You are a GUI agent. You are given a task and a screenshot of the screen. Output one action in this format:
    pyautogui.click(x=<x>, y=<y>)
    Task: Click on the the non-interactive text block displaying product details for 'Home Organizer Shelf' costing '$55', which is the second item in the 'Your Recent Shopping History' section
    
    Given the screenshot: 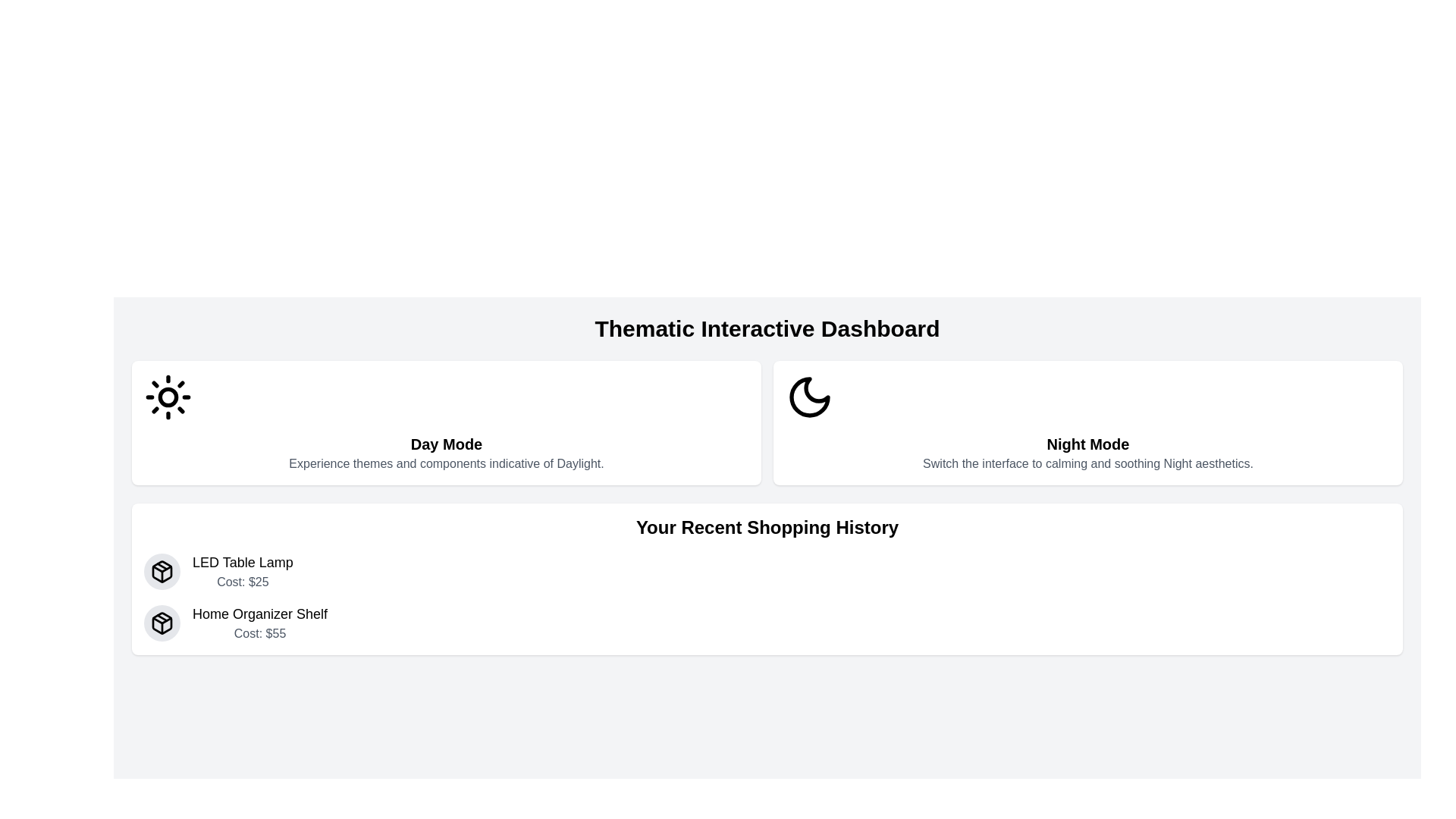 What is the action you would take?
    pyautogui.click(x=260, y=623)
    